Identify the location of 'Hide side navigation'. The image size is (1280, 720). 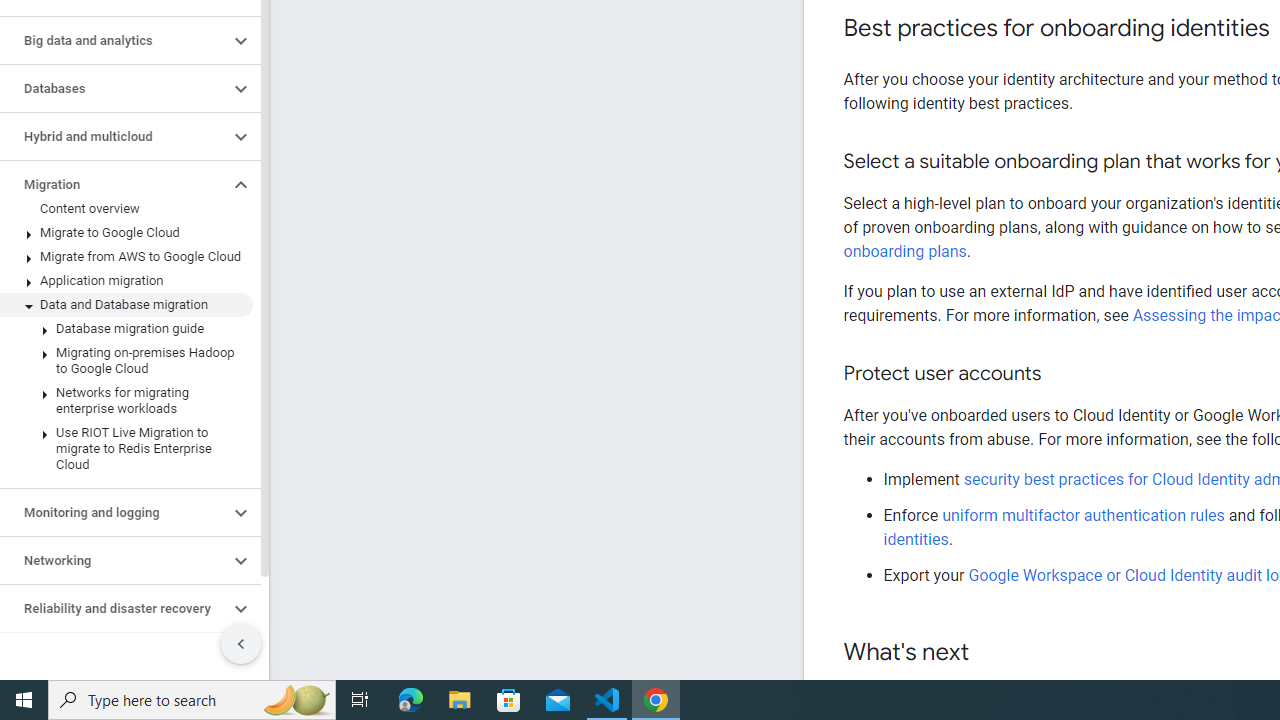
(240, 644).